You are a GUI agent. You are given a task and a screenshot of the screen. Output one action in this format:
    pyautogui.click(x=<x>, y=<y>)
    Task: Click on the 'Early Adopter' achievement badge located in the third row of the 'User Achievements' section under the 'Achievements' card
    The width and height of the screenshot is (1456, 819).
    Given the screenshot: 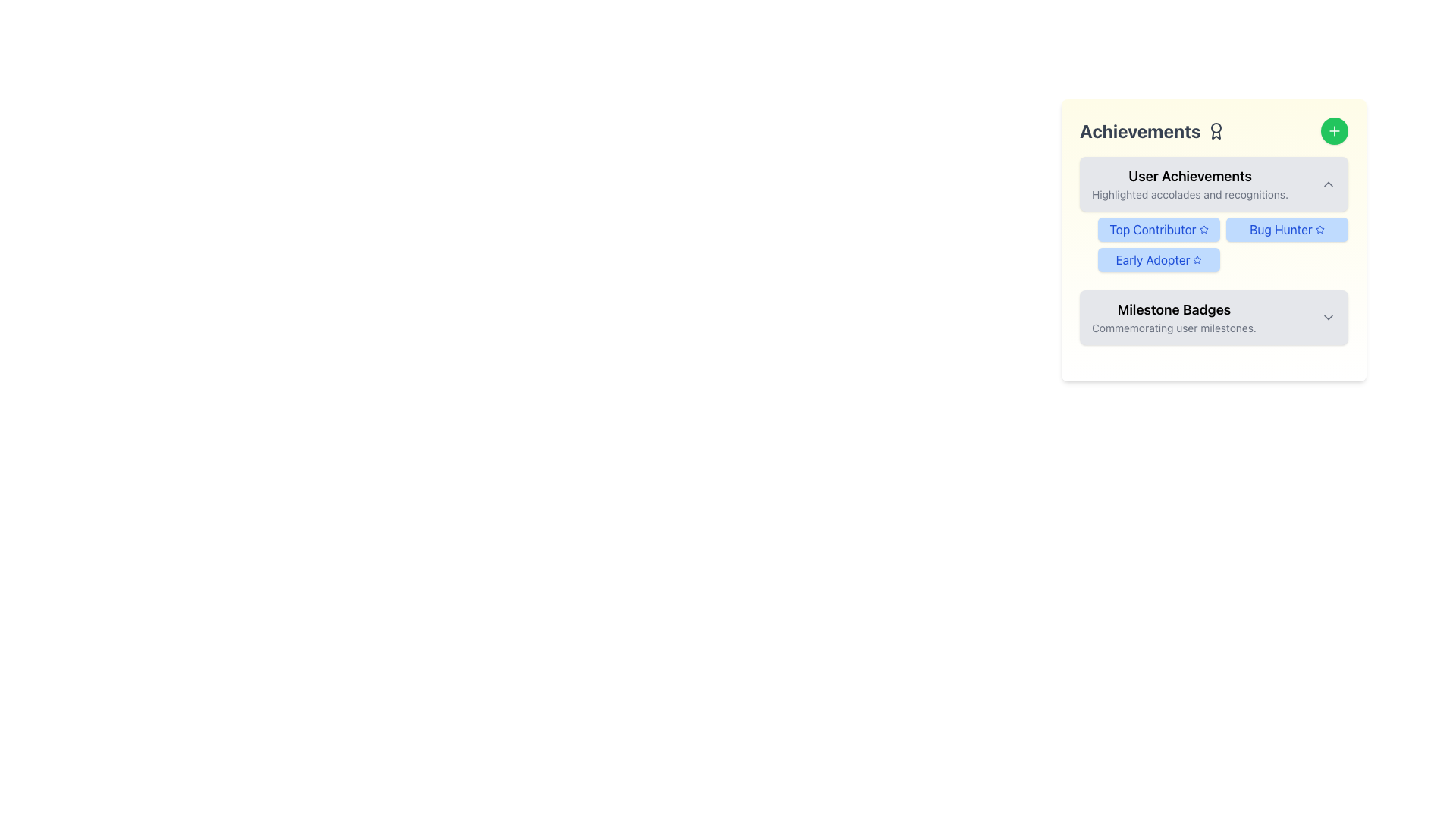 What is the action you would take?
    pyautogui.click(x=1214, y=250)
    